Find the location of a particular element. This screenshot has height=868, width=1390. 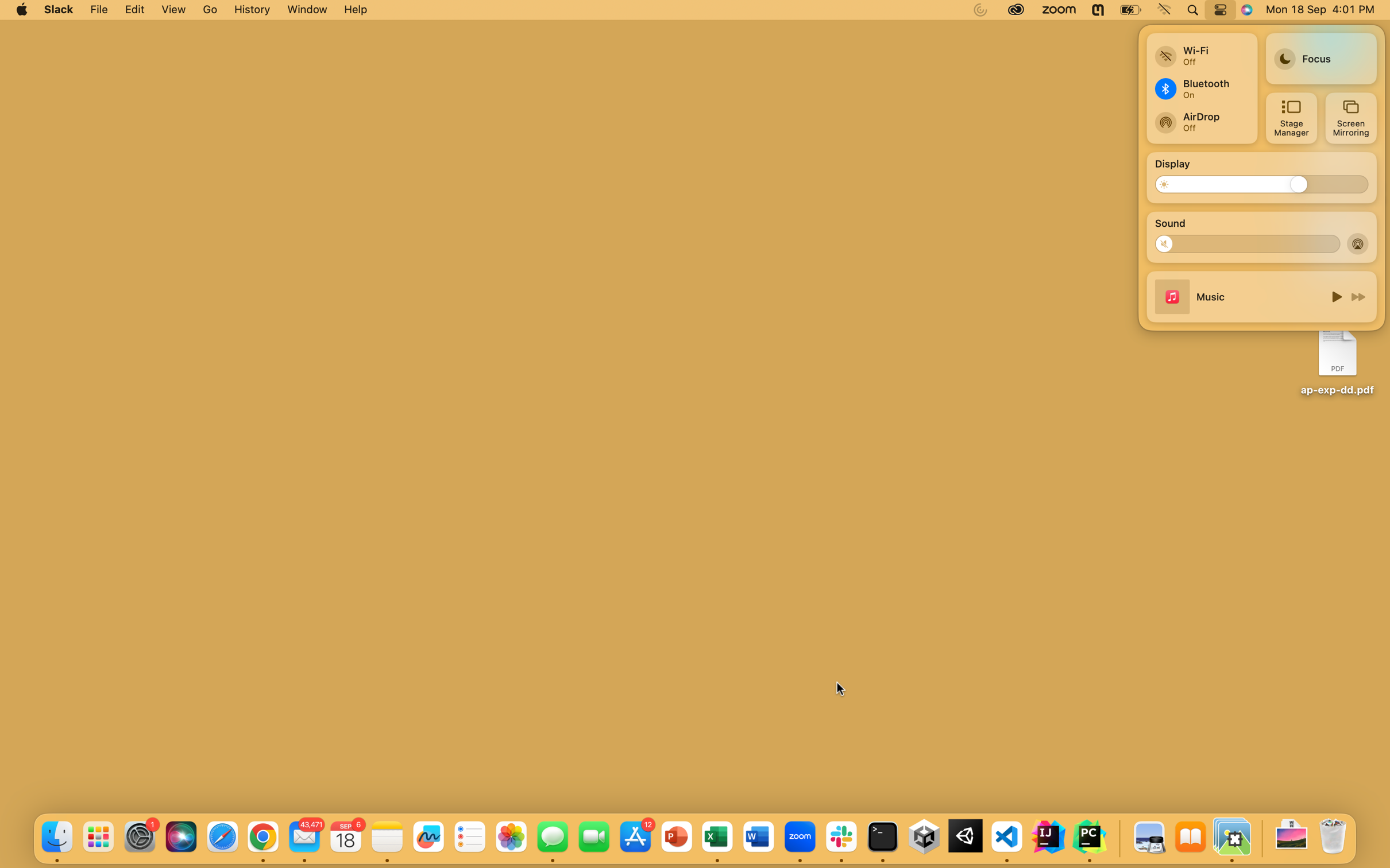

Boost the audio to its highest level is located at coordinates (1327, 242).